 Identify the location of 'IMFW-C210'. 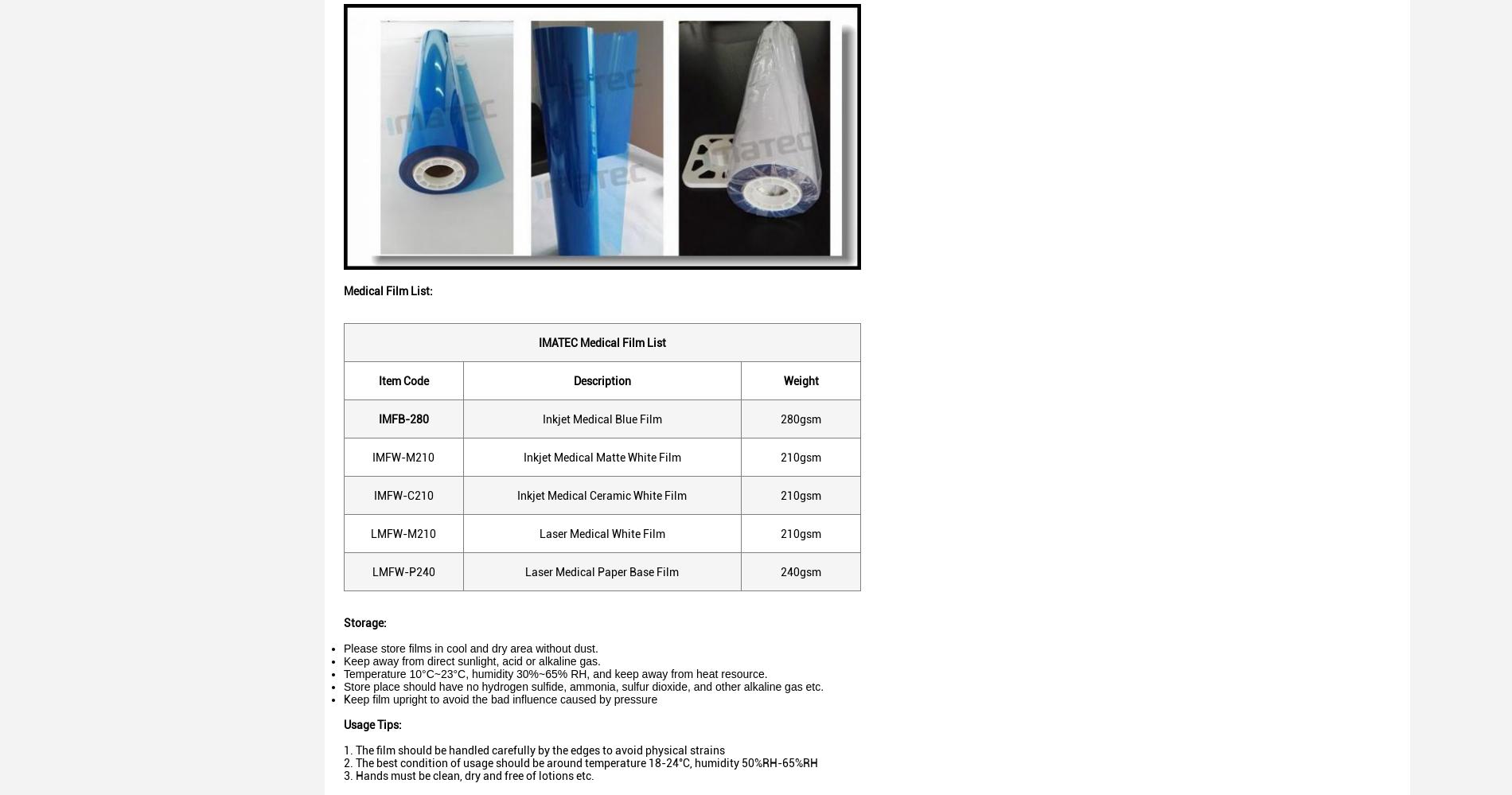
(403, 493).